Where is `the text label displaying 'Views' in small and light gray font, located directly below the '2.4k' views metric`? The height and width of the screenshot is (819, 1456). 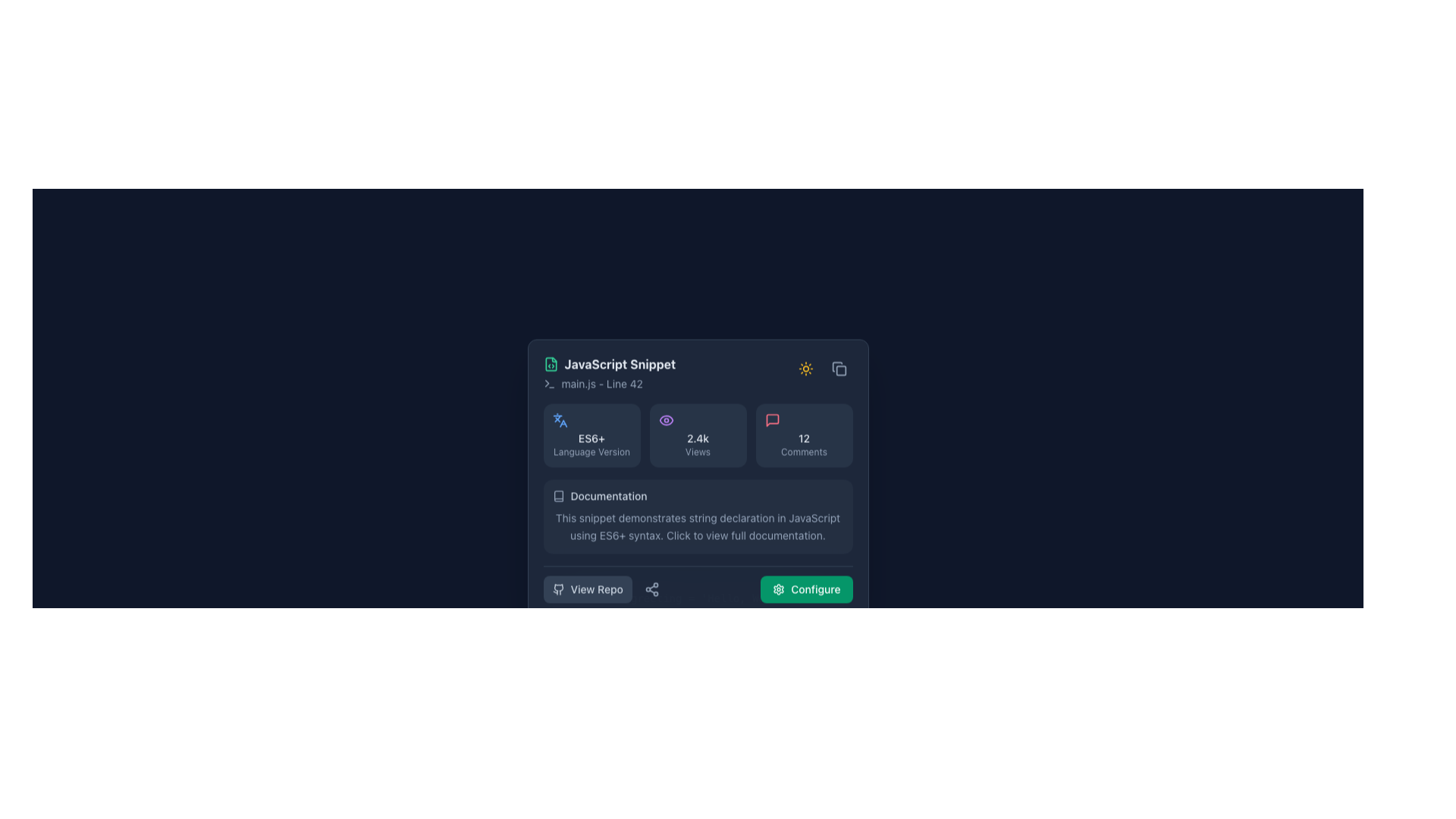
the text label displaying 'Views' in small and light gray font, located directly below the '2.4k' views metric is located at coordinates (697, 451).